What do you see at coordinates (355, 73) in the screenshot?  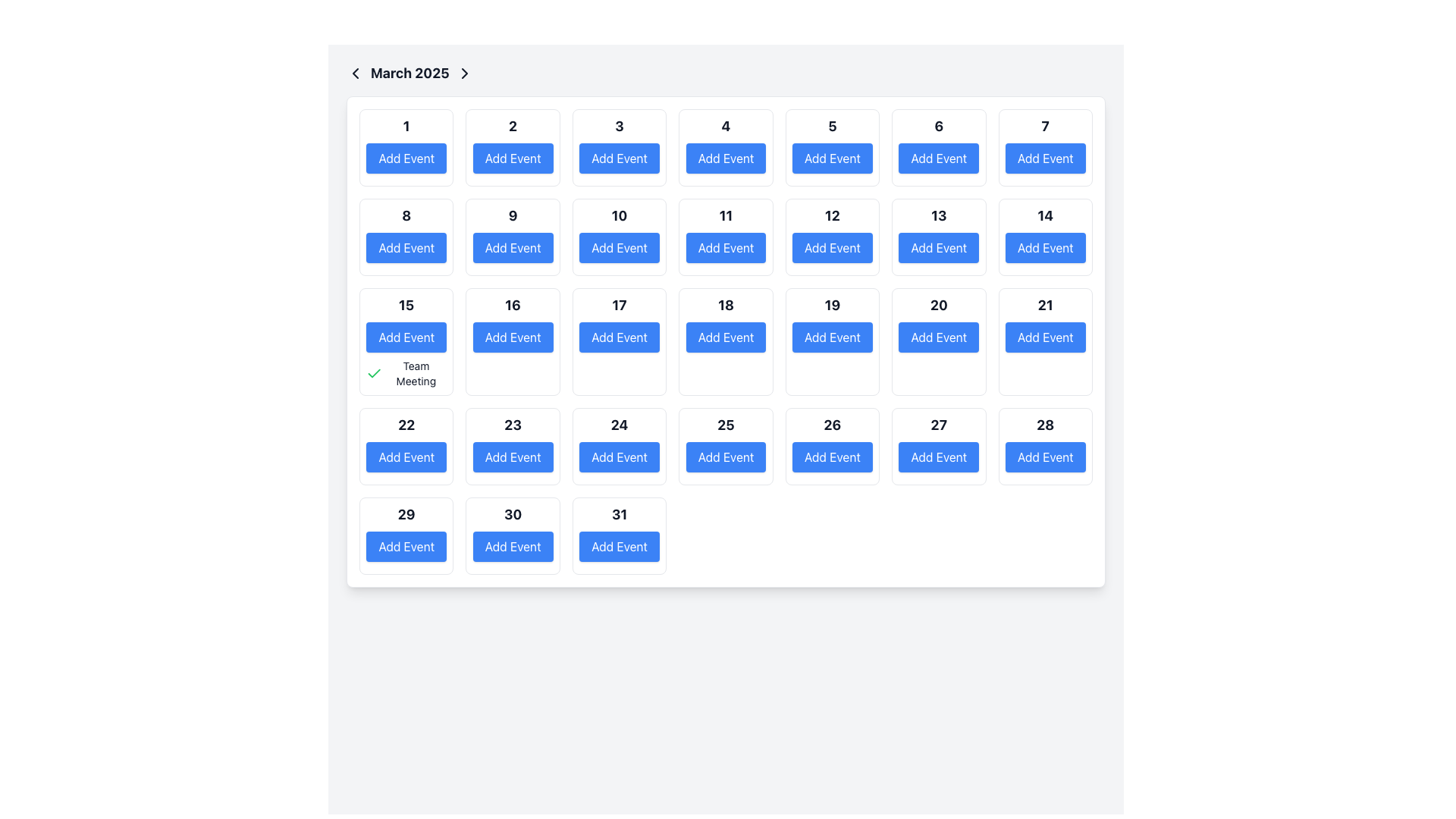 I see `the left-pointing chevron icon button located at the top-left corner of the interface, which is styled with a thin black stroke and is part of a navigation group next to the text 'March 2025'` at bounding box center [355, 73].